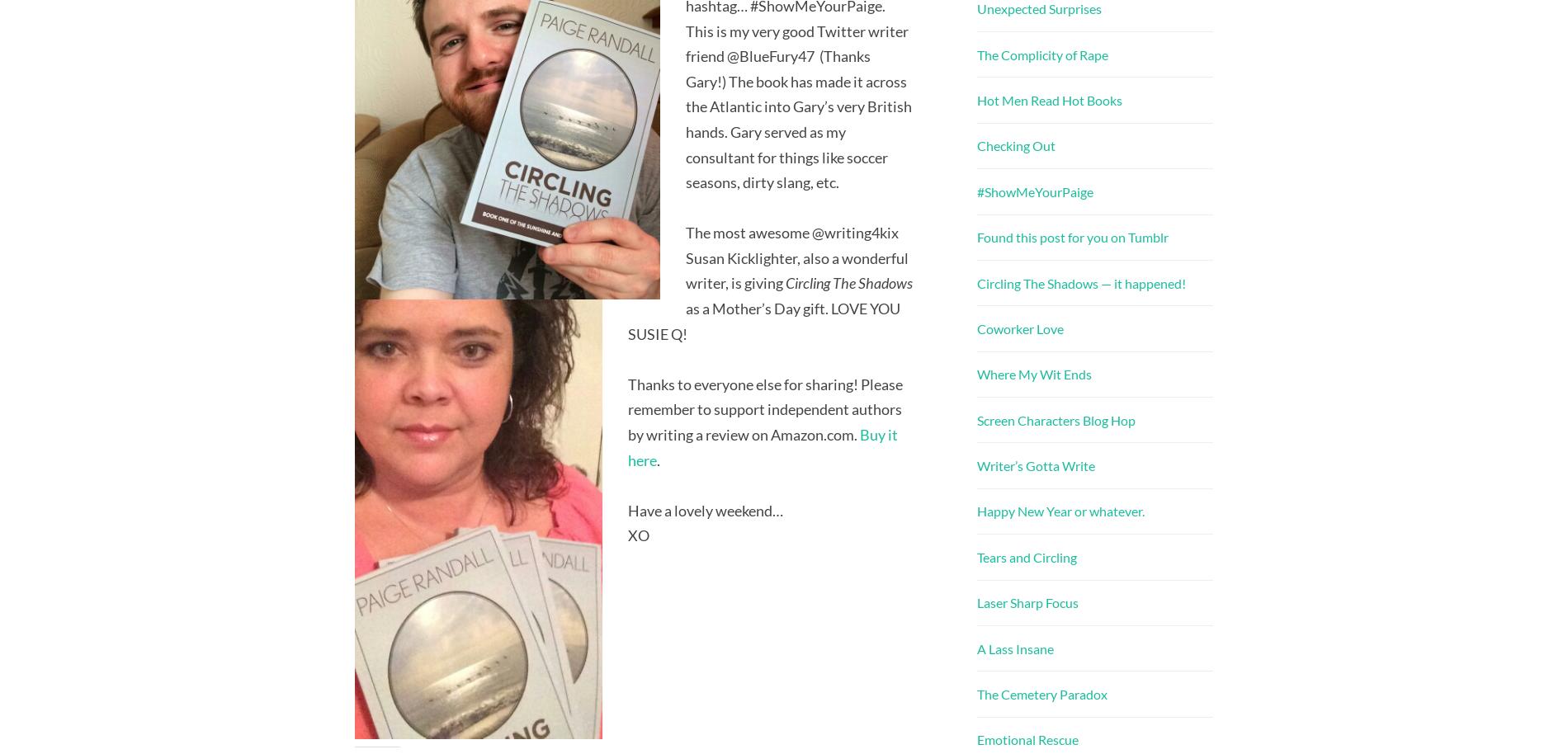 The width and height of the screenshot is (1568, 754). I want to click on 'Tears and Circling', so click(1026, 556).